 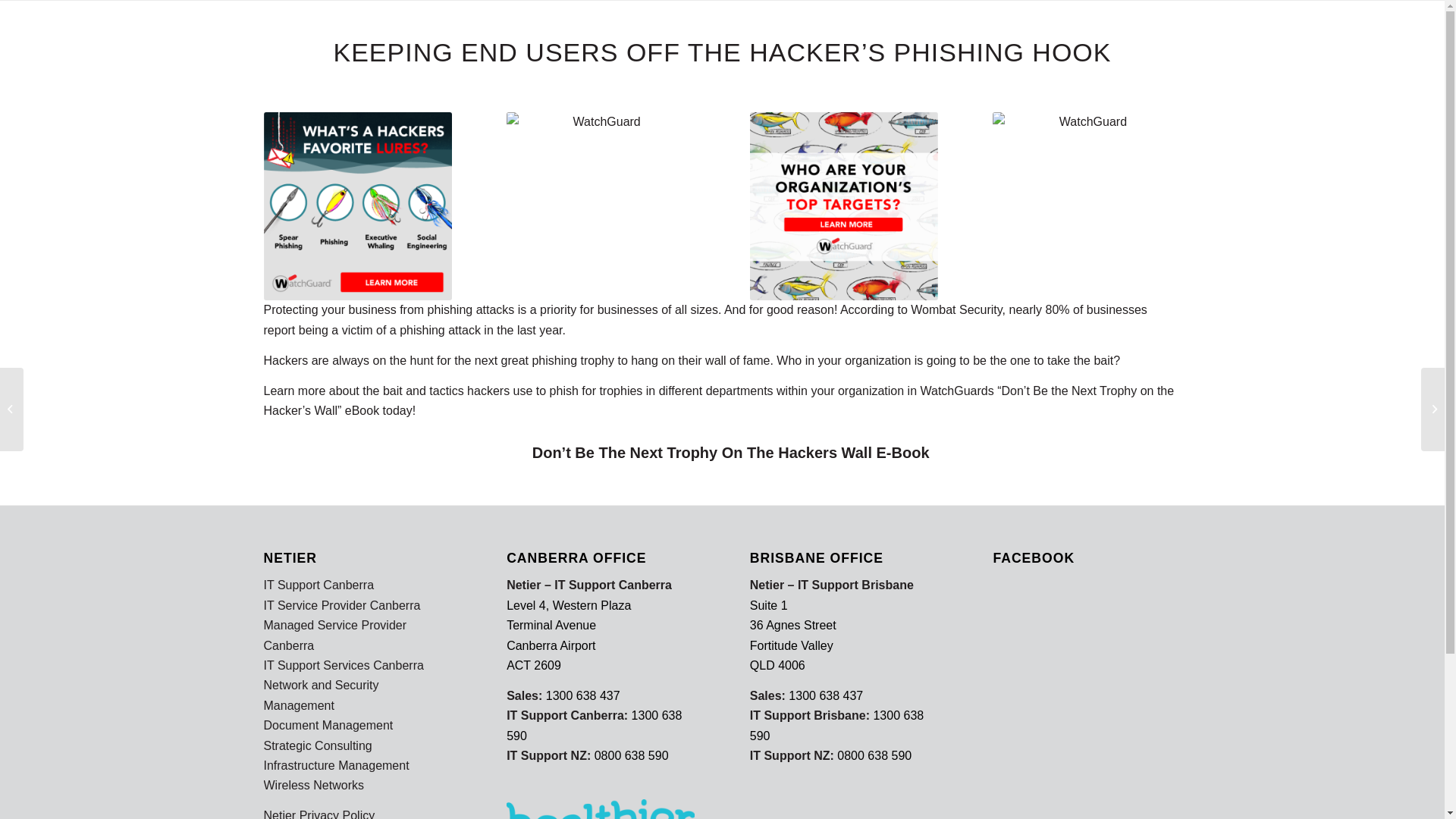 What do you see at coordinates (356, 206) in the screenshot?
I see `'WatchGuard'` at bounding box center [356, 206].